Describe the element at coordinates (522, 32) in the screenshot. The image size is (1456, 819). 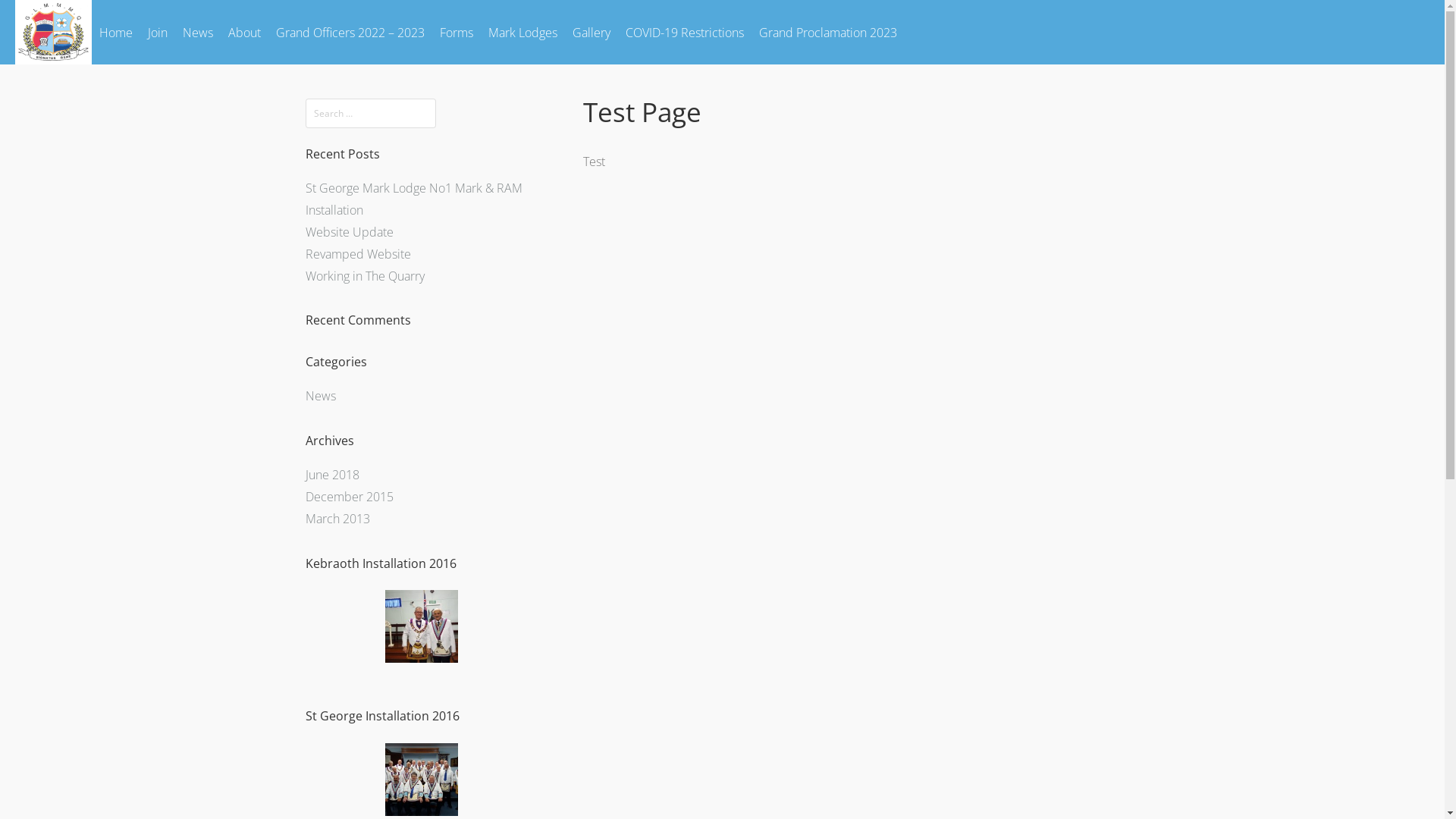
I see `'Mark Lodges'` at that location.